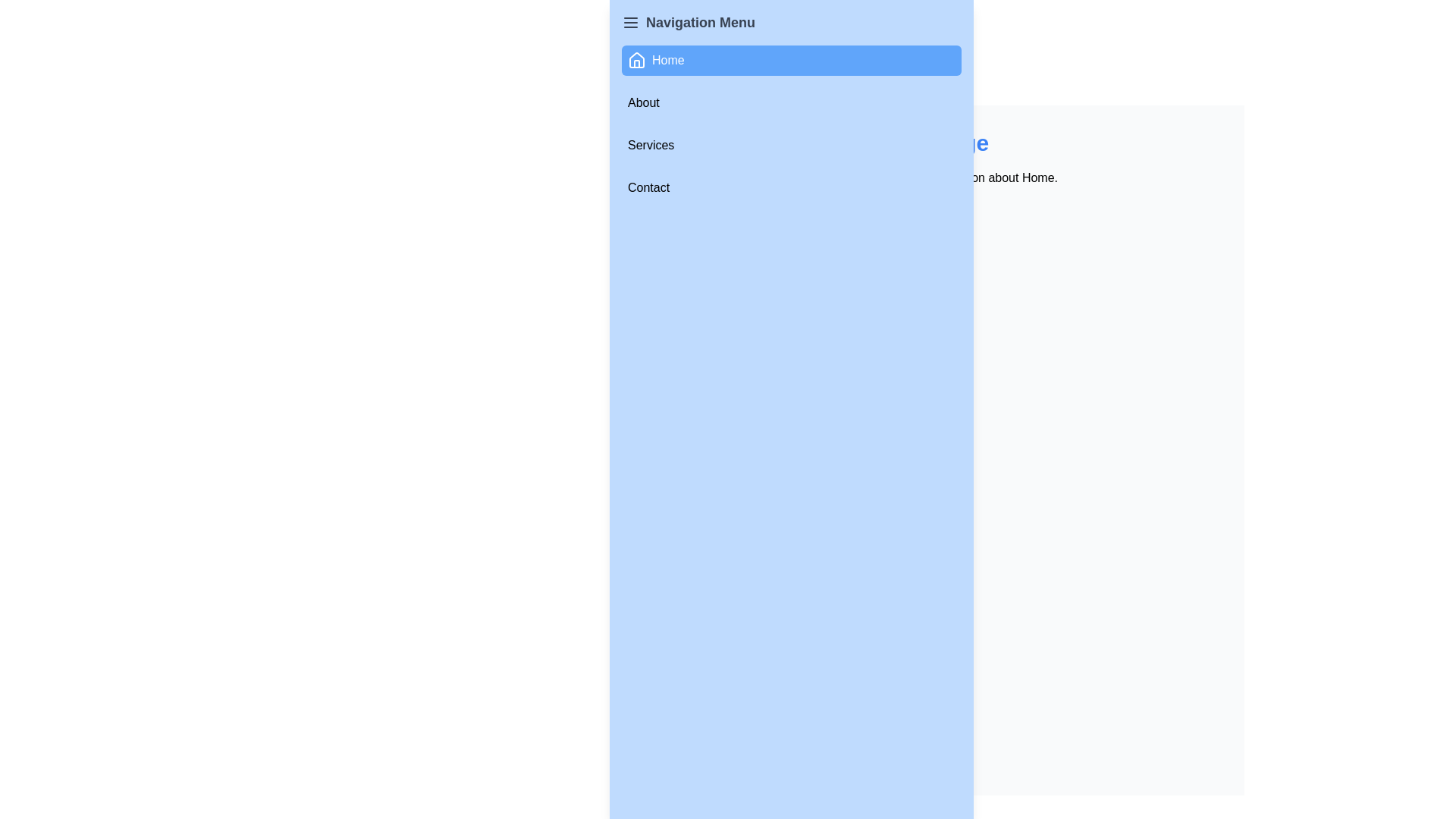  Describe the element at coordinates (630, 23) in the screenshot. I see `the icon located to the left of the 'Navigation Menu' text in the top-left corner of the interface` at that location.